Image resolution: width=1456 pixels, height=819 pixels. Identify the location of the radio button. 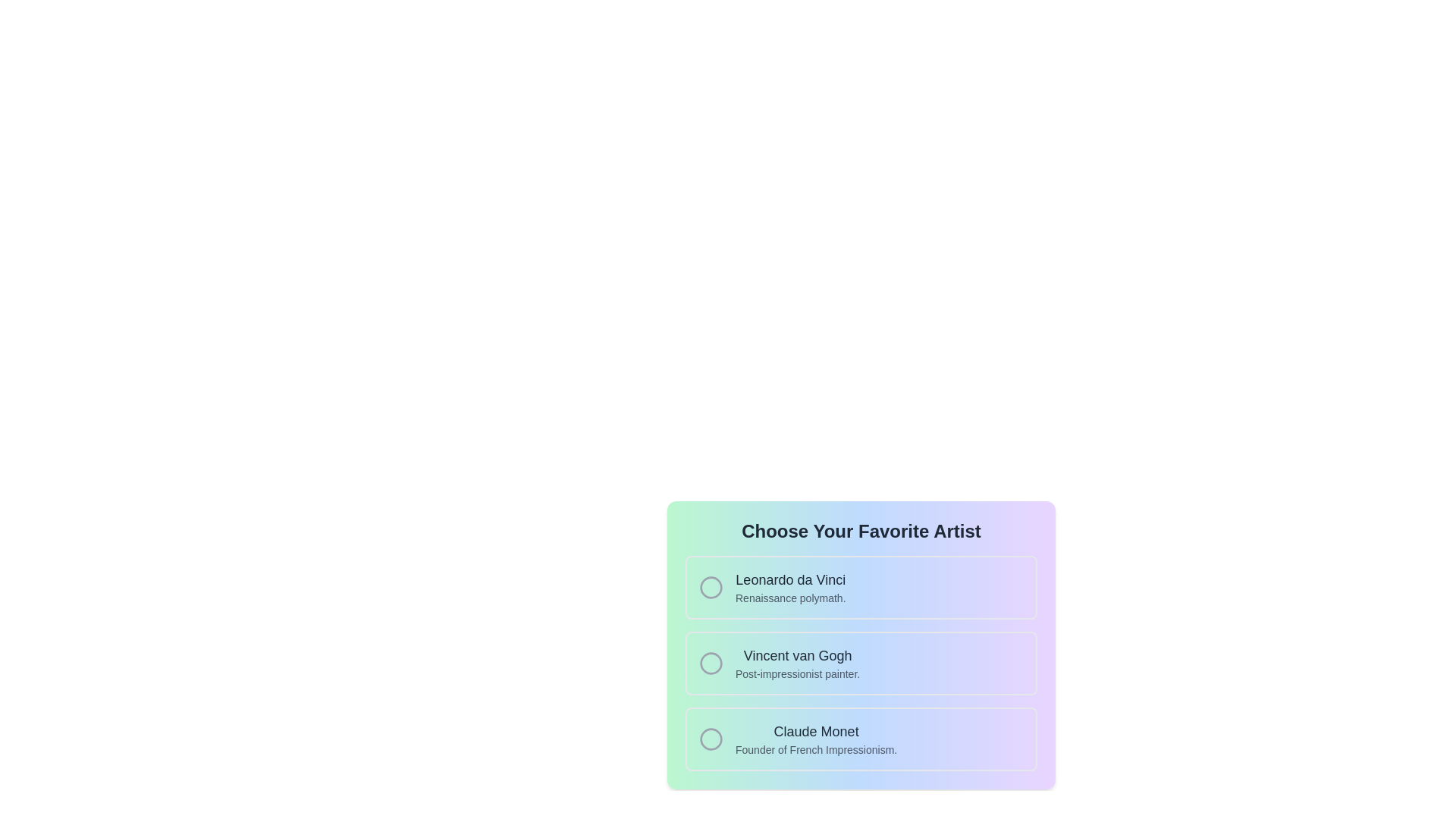
(861, 645).